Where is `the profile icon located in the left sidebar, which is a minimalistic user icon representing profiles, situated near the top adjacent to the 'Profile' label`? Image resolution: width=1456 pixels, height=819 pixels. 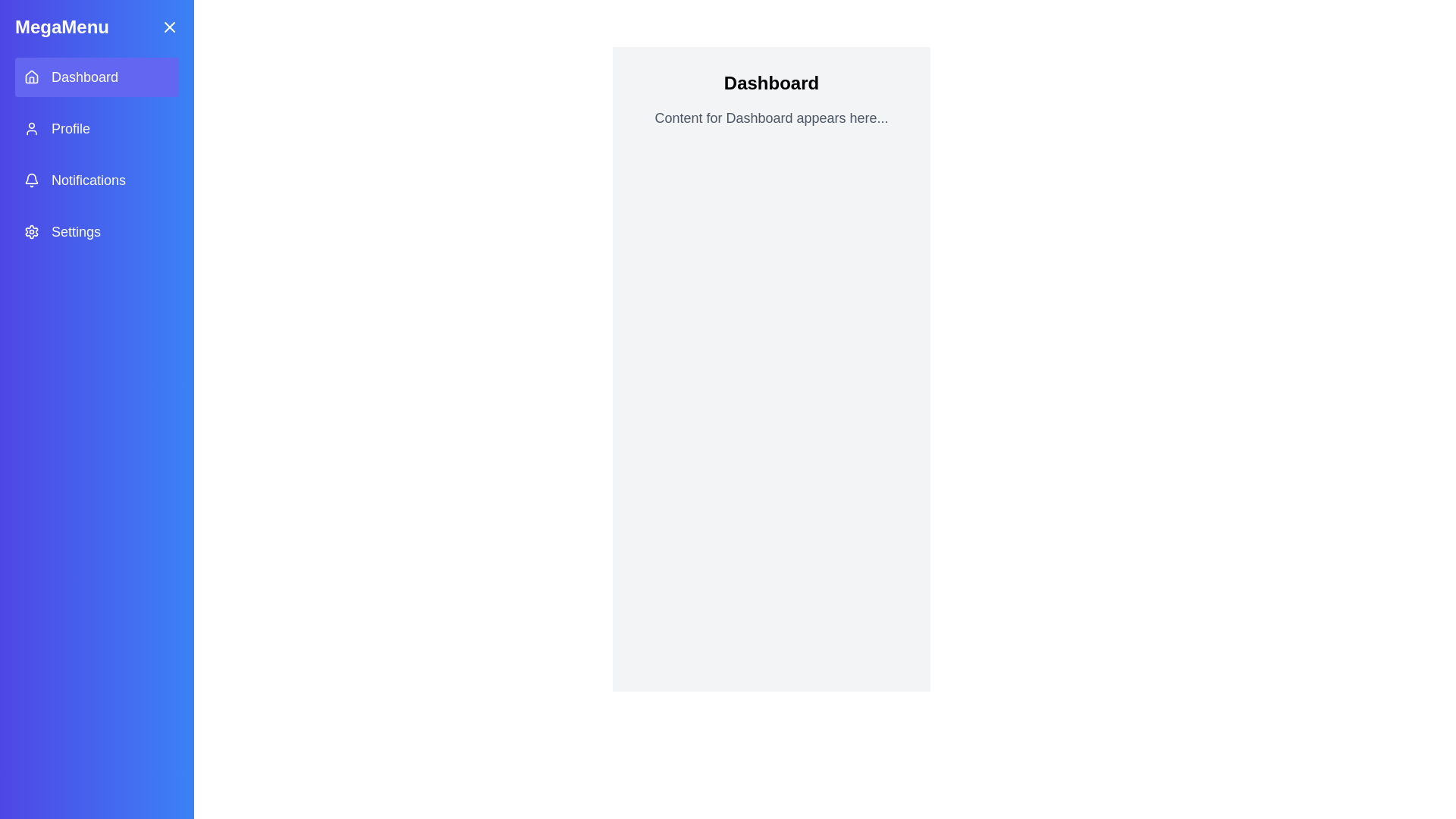
the profile icon located in the left sidebar, which is a minimalistic user icon representing profiles, situated near the top adjacent to the 'Profile' label is located at coordinates (32, 127).